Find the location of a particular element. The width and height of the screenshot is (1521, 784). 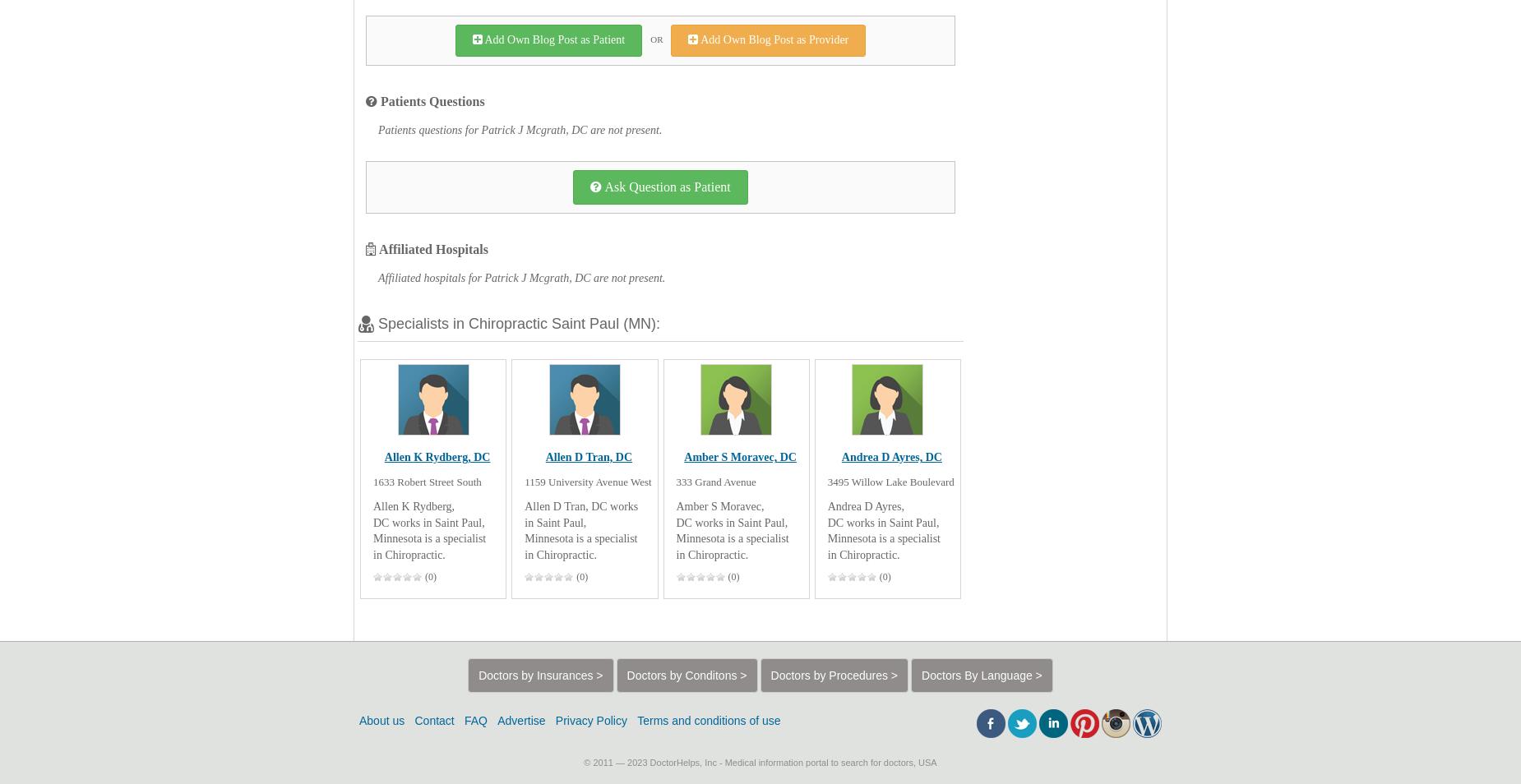

'Andrea D Ayres, DC' is located at coordinates (890, 456).